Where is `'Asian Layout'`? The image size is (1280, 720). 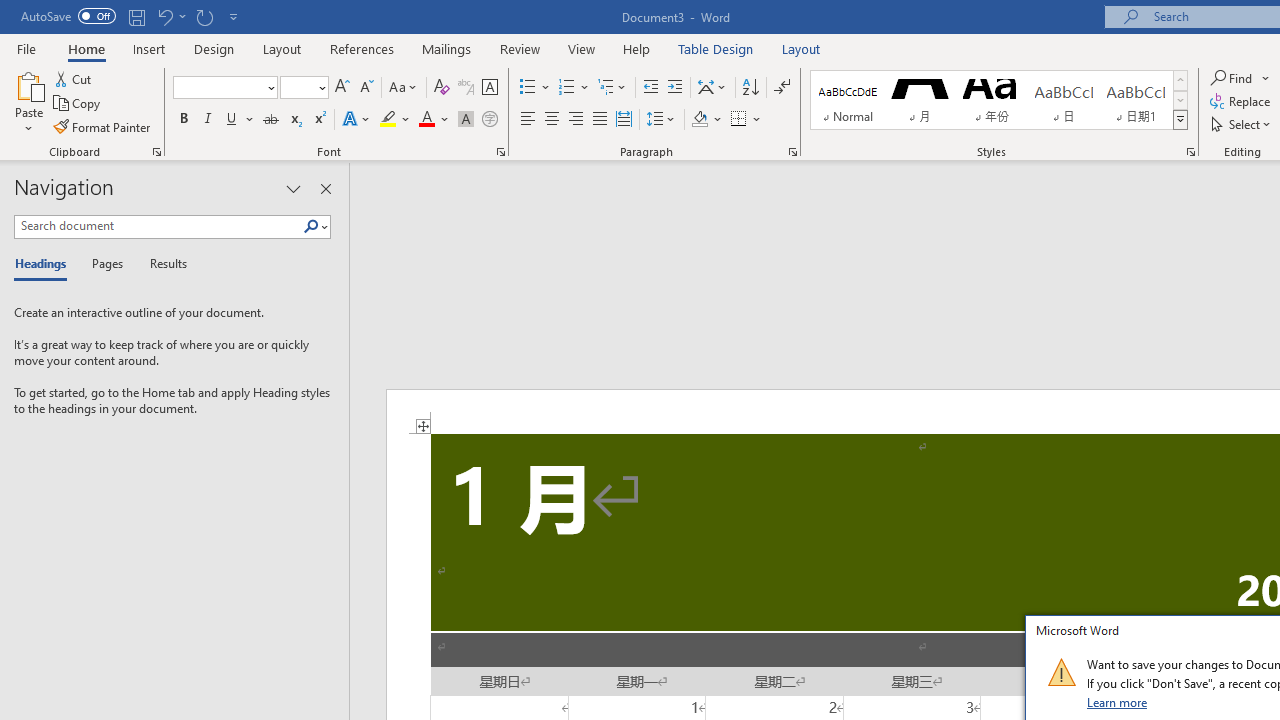
'Asian Layout' is located at coordinates (712, 86).